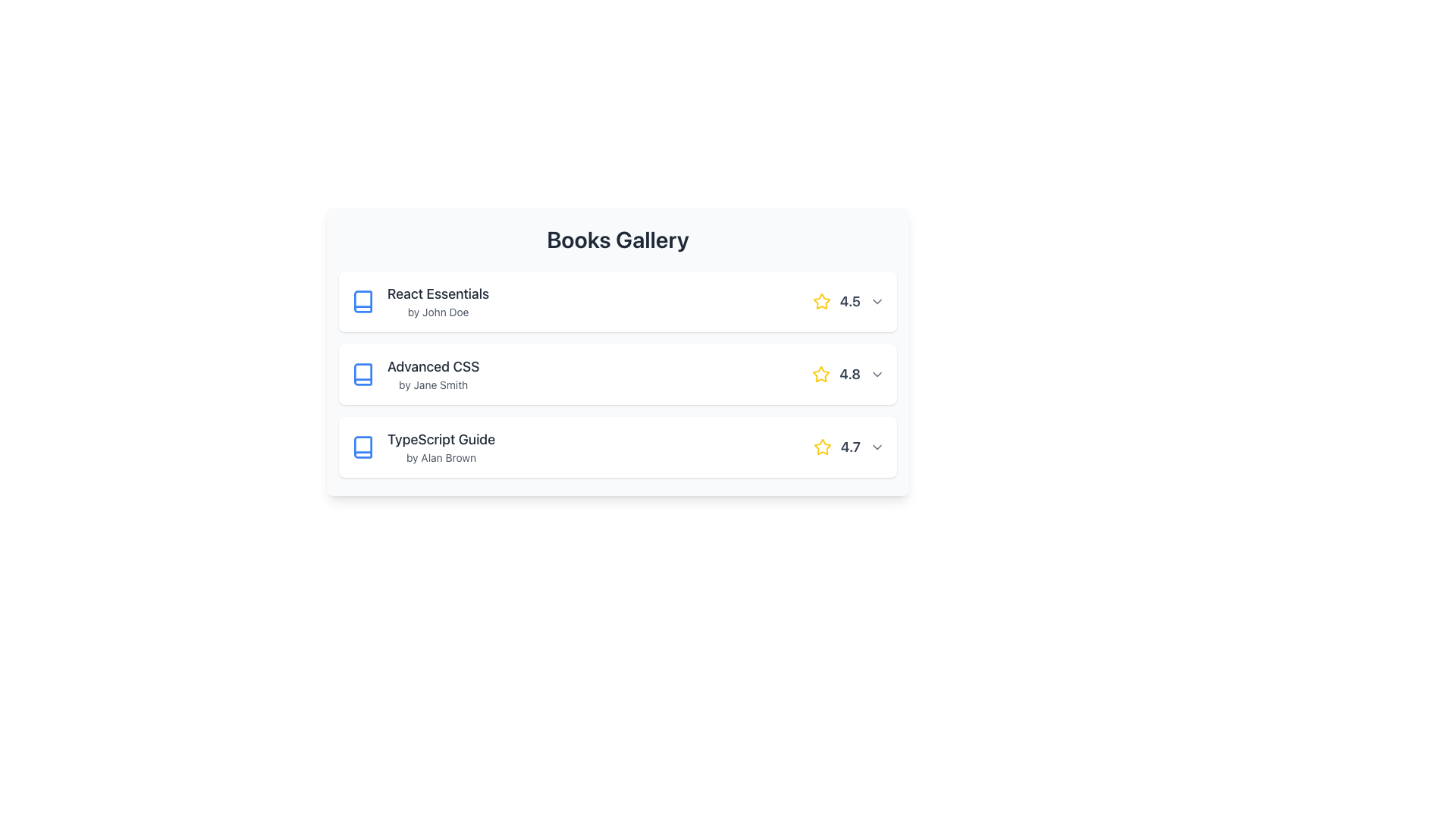  Describe the element at coordinates (362, 374) in the screenshot. I see `the blue book icon which is part of the 'Advanced CSS' entry in the list, located directly to the left of the text 'Advanced CSS' and 'by Jane Smith'` at that location.